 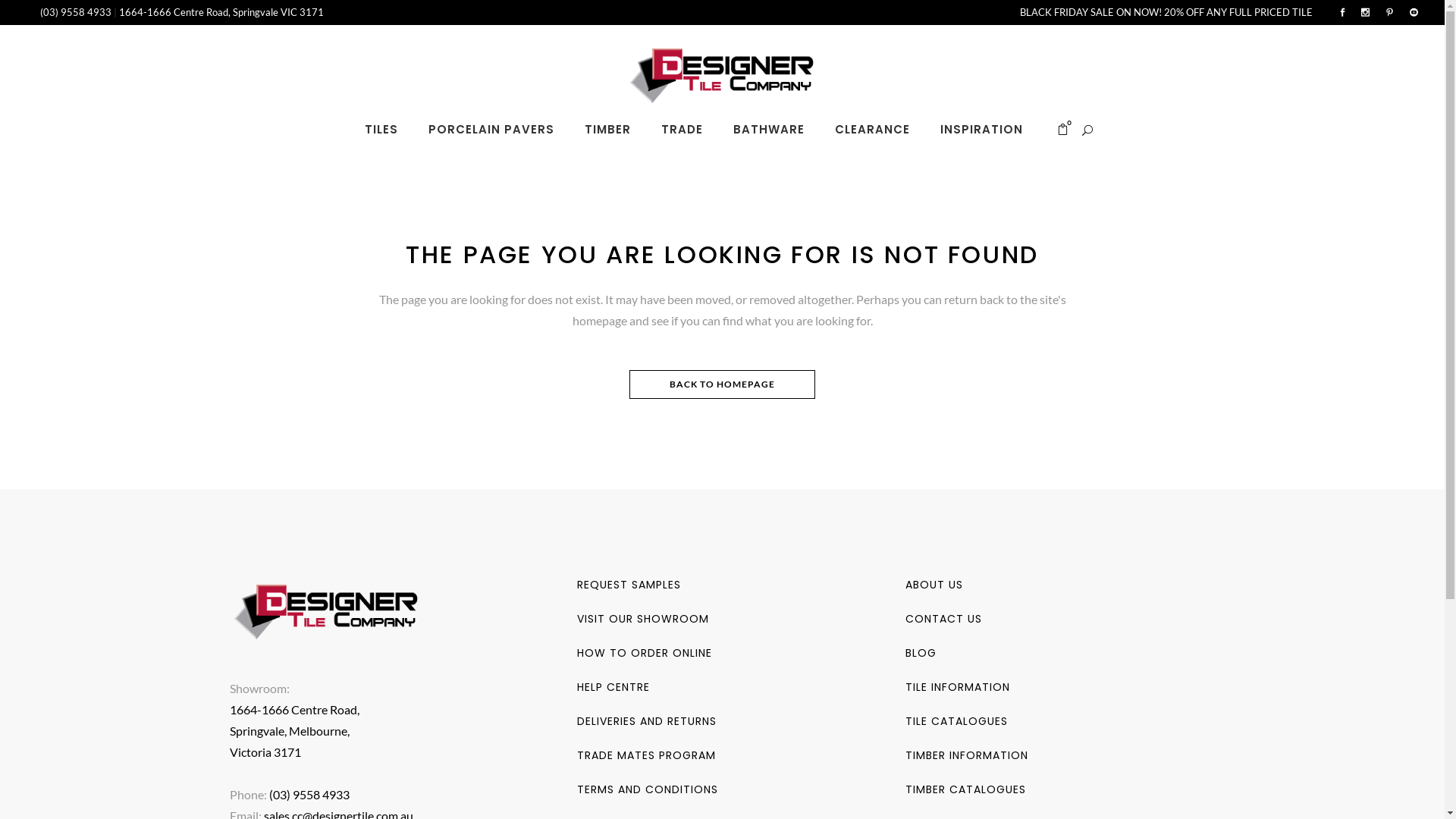 I want to click on '1664-1666 Centre Road, Springvale VIC 3171', so click(x=118, y=11).